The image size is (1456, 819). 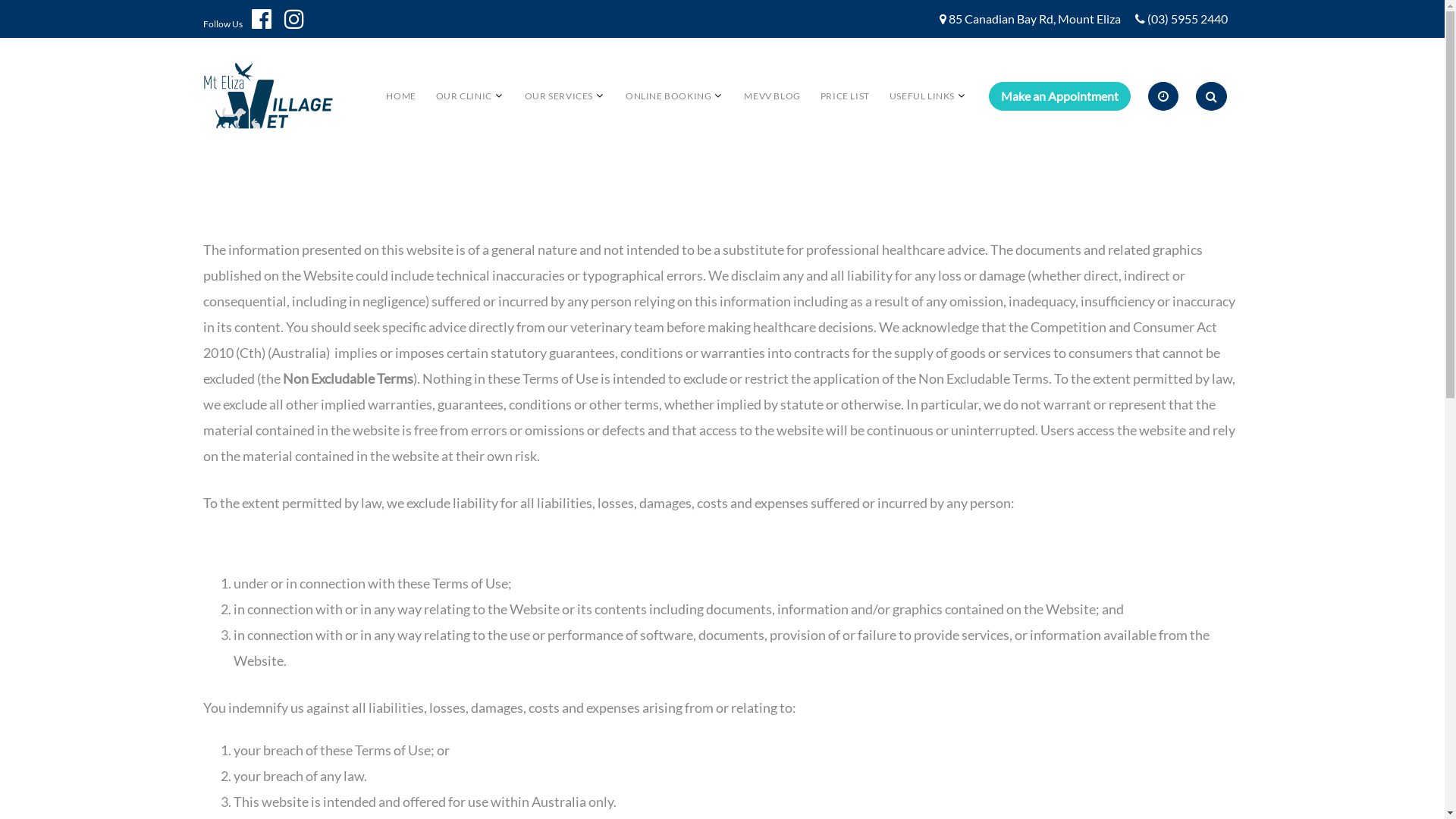 I want to click on 'Make an Appointment', so click(x=1059, y=96).